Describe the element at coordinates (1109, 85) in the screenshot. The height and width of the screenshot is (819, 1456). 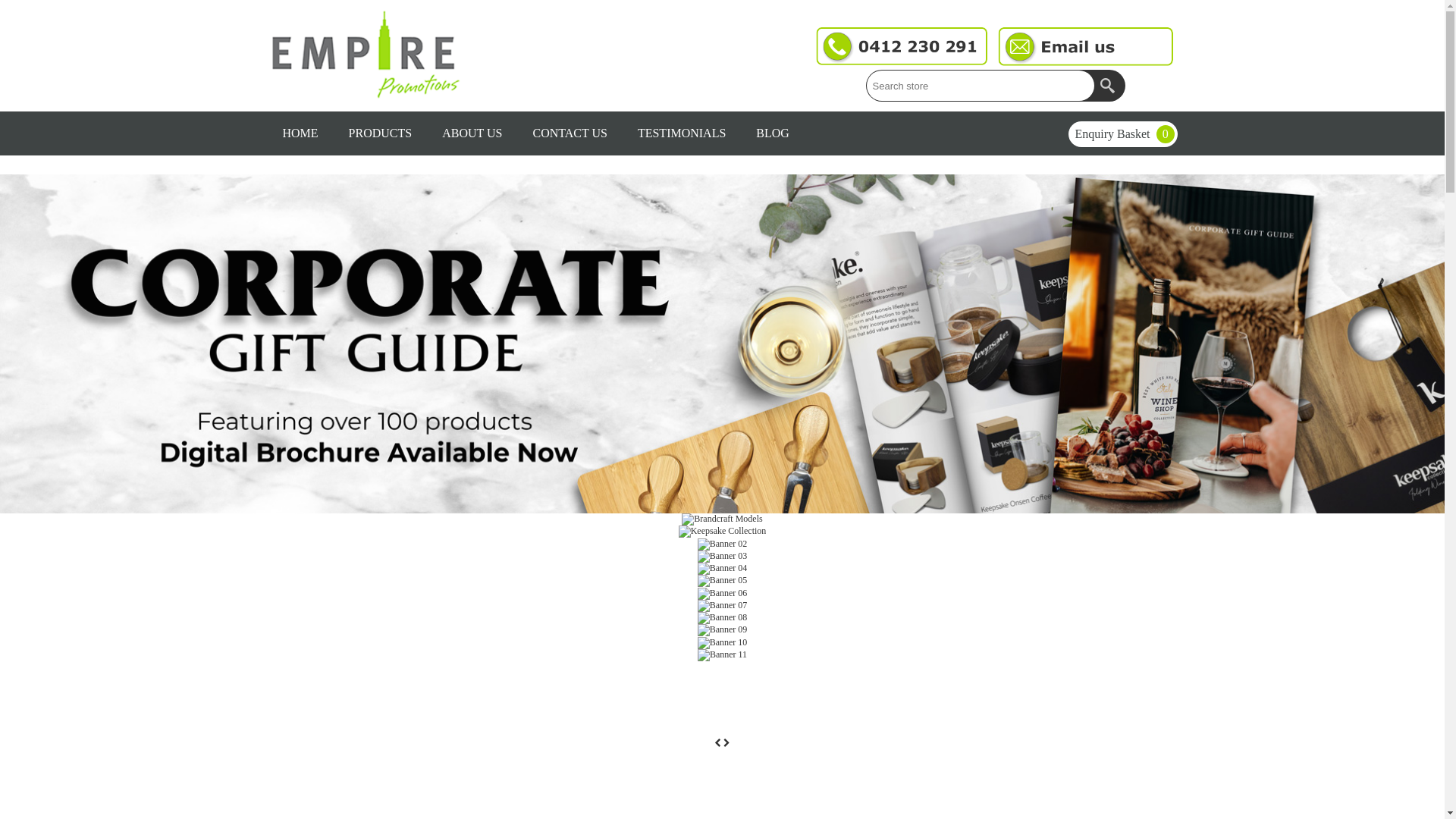
I see `'Search'` at that location.